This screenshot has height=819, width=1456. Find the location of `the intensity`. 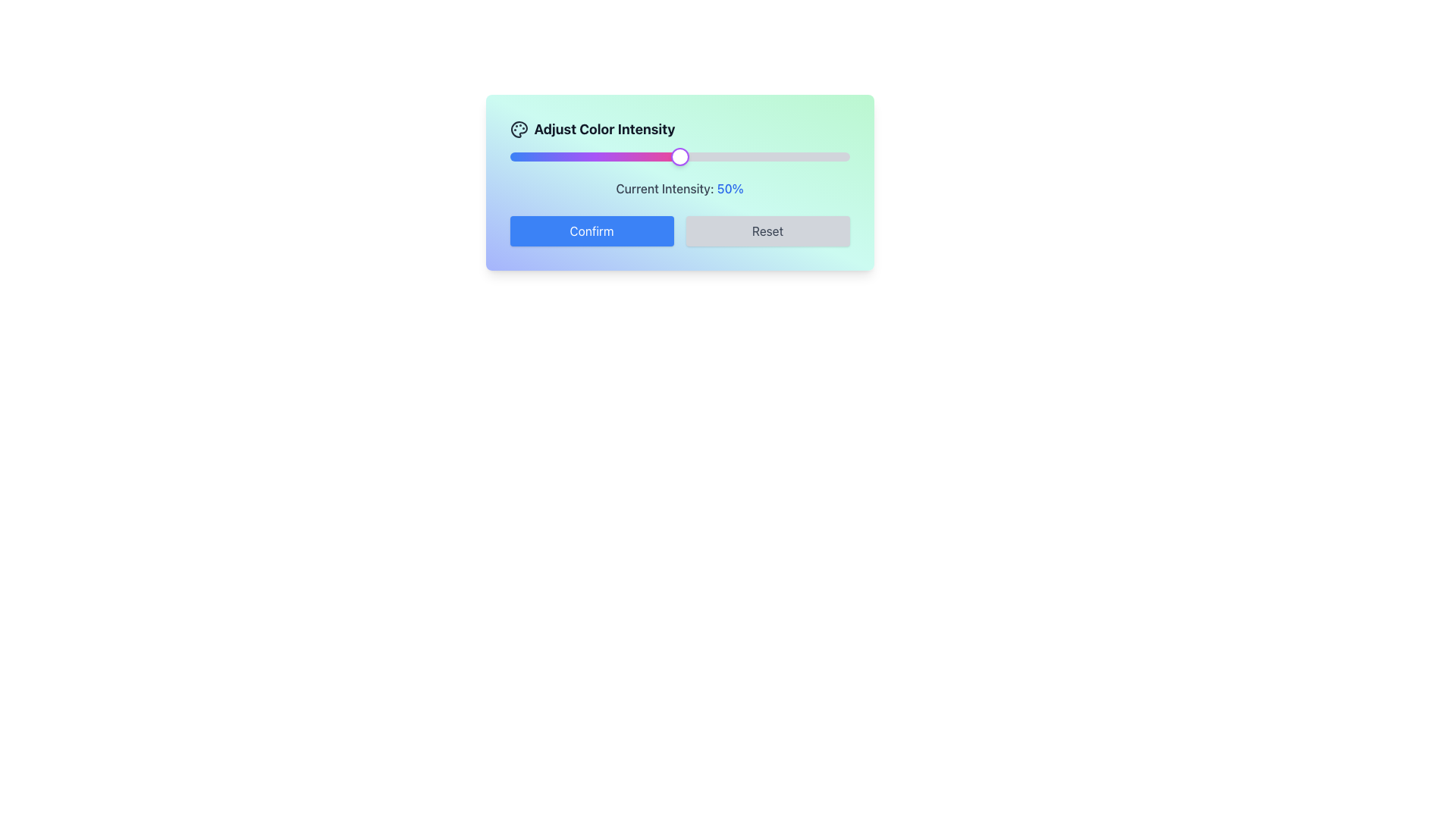

the intensity is located at coordinates (694, 157).